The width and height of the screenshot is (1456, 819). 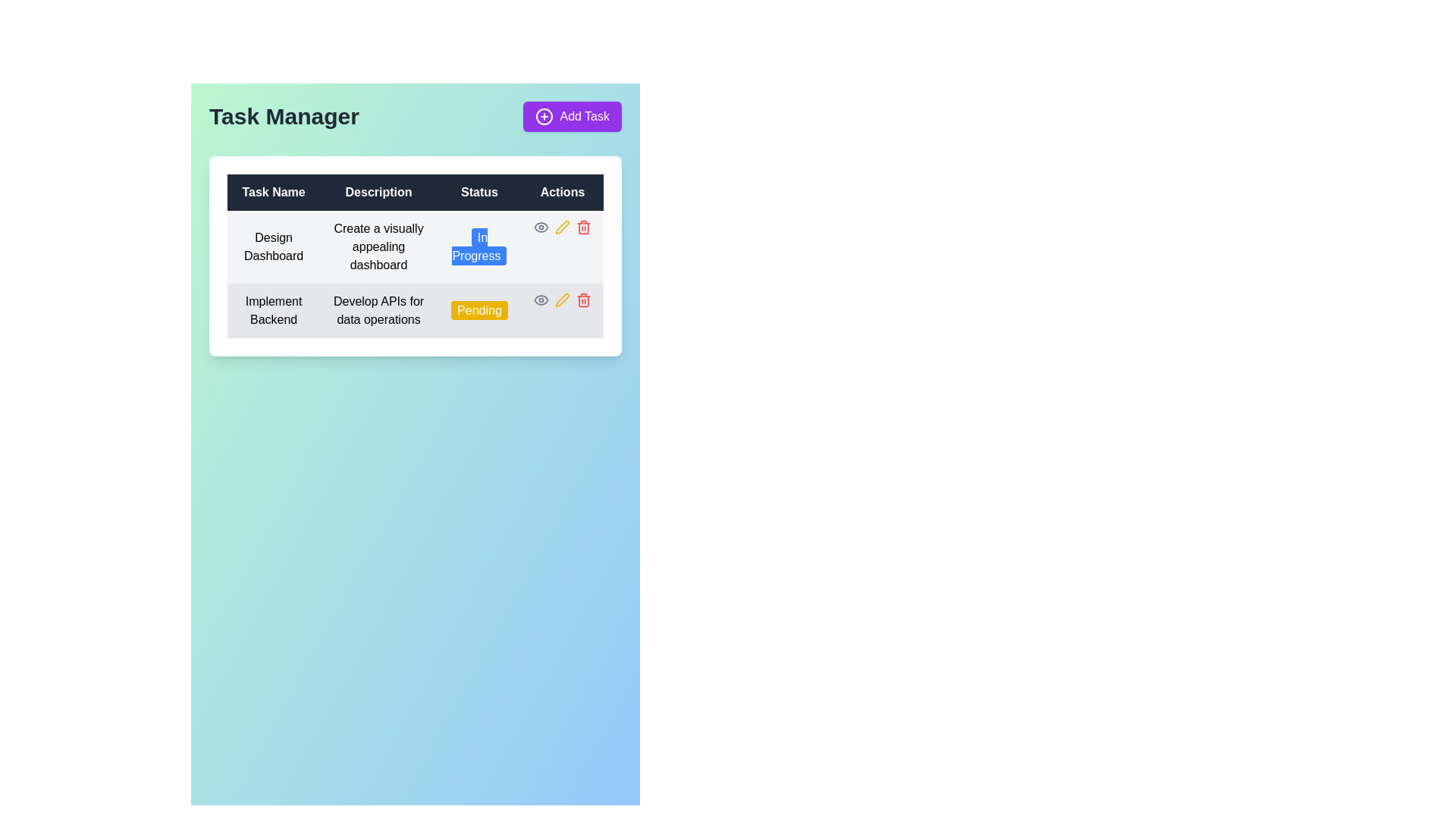 I want to click on the eye icon button in the 'Actions' column of the first row in the task table to change its color, so click(x=541, y=300).